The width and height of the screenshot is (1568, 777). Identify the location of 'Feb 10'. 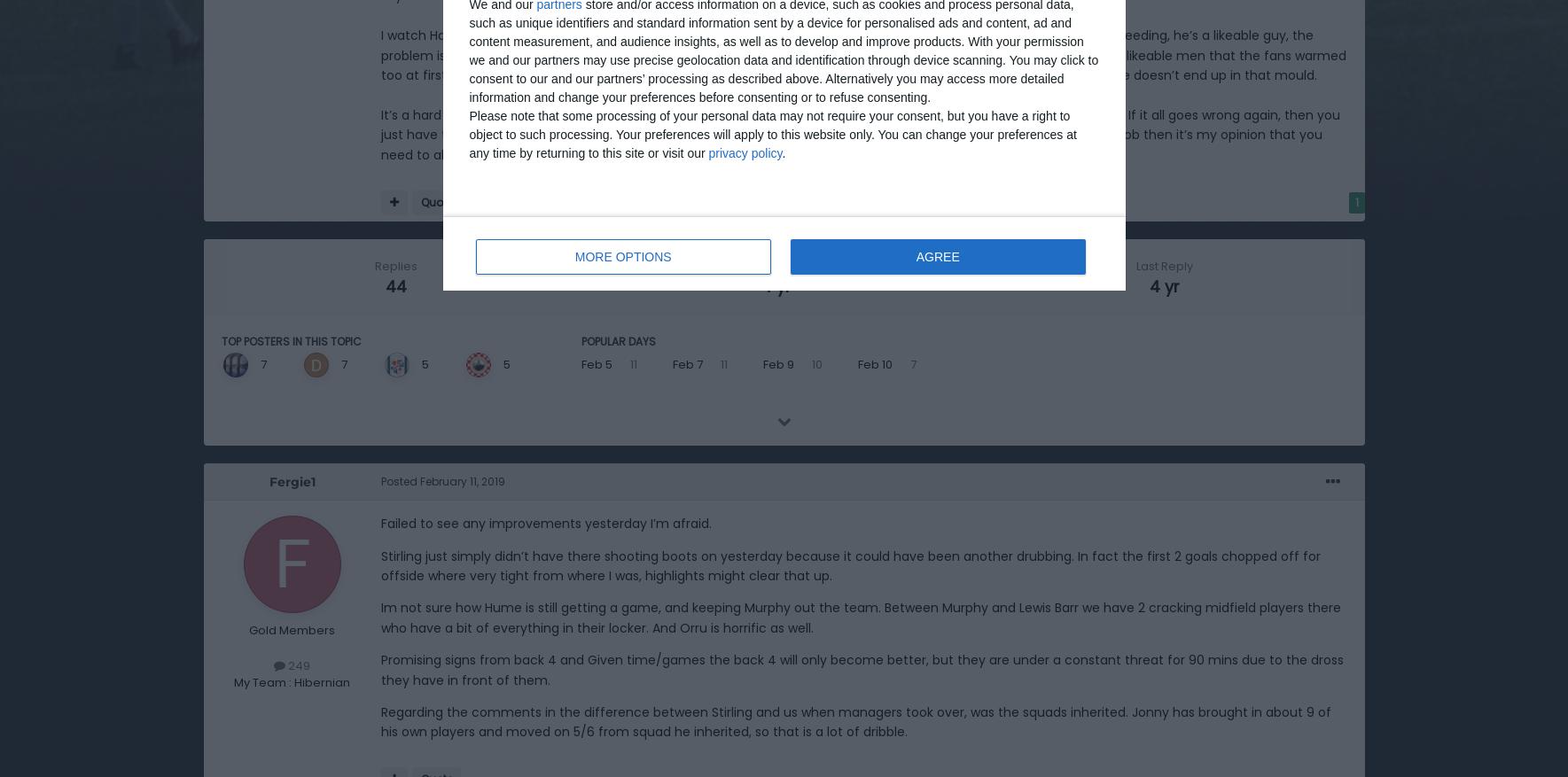
(856, 363).